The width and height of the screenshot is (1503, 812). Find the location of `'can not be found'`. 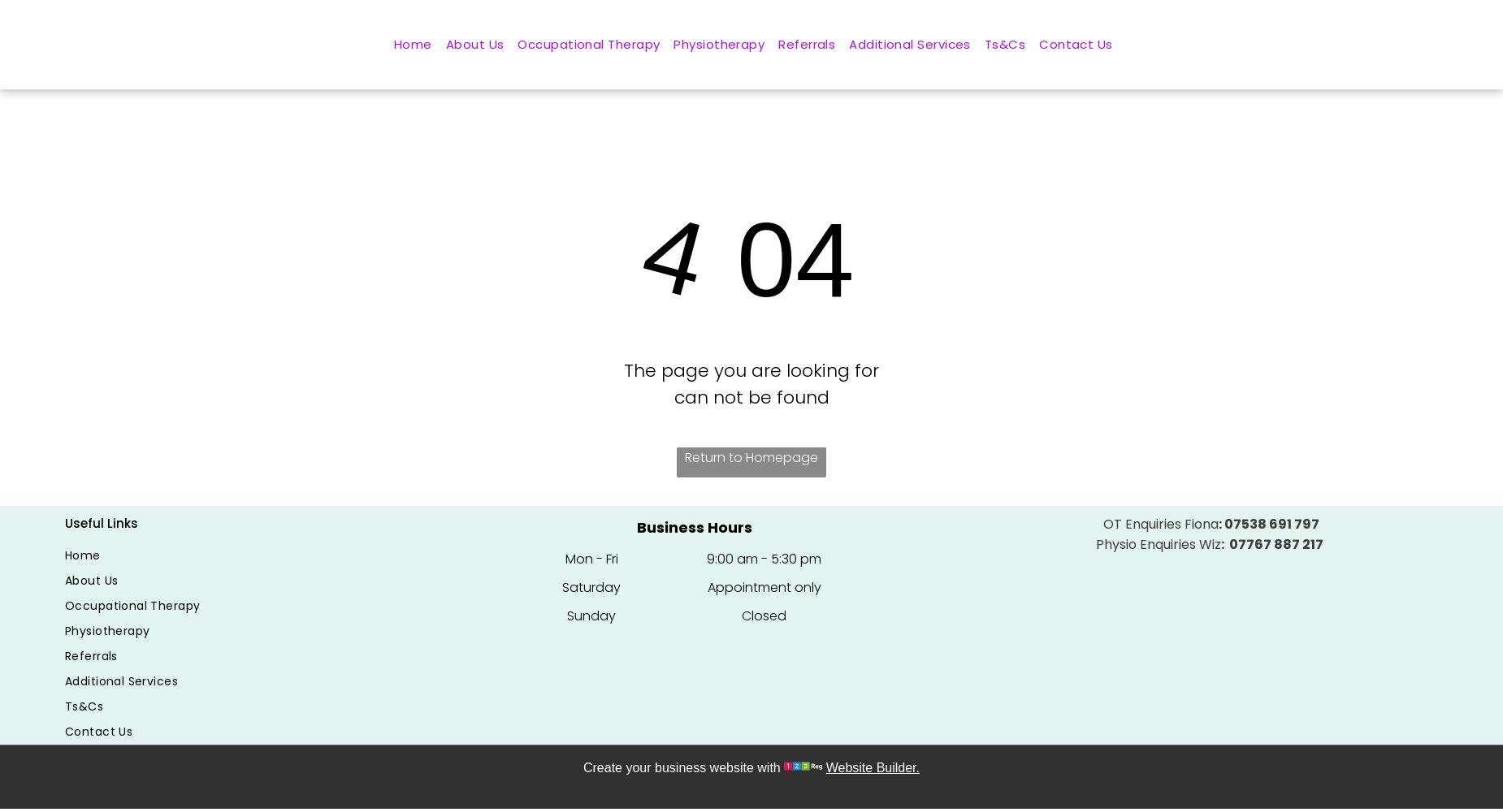

'can not be found' is located at coordinates (751, 395).